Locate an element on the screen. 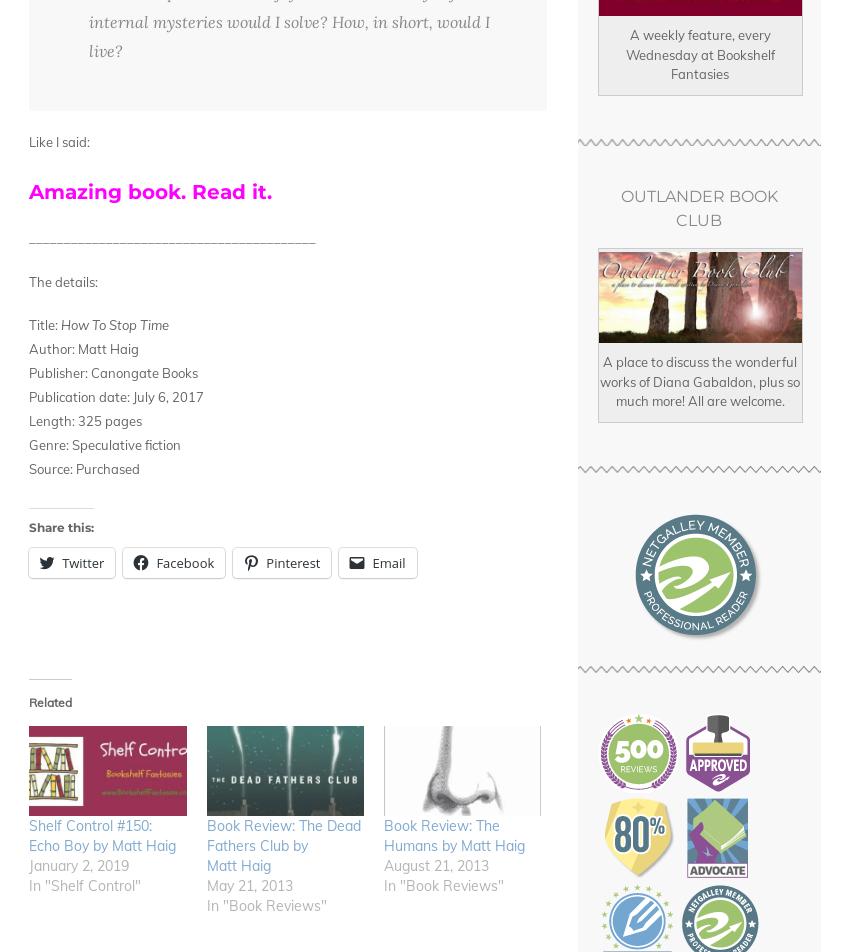 The image size is (850, 952). 'Author: Matt Haig' is located at coordinates (83, 349).